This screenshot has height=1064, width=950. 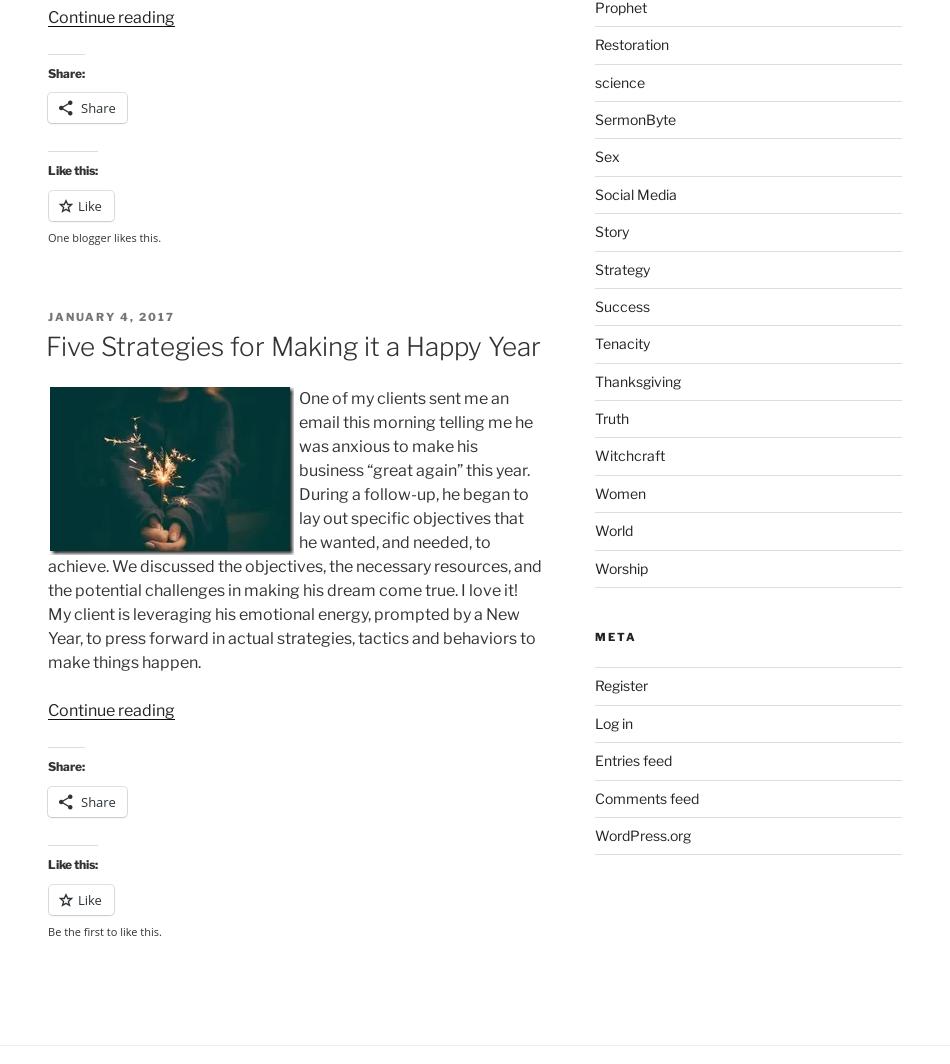 I want to click on 'Comments feed', so click(x=646, y=797).